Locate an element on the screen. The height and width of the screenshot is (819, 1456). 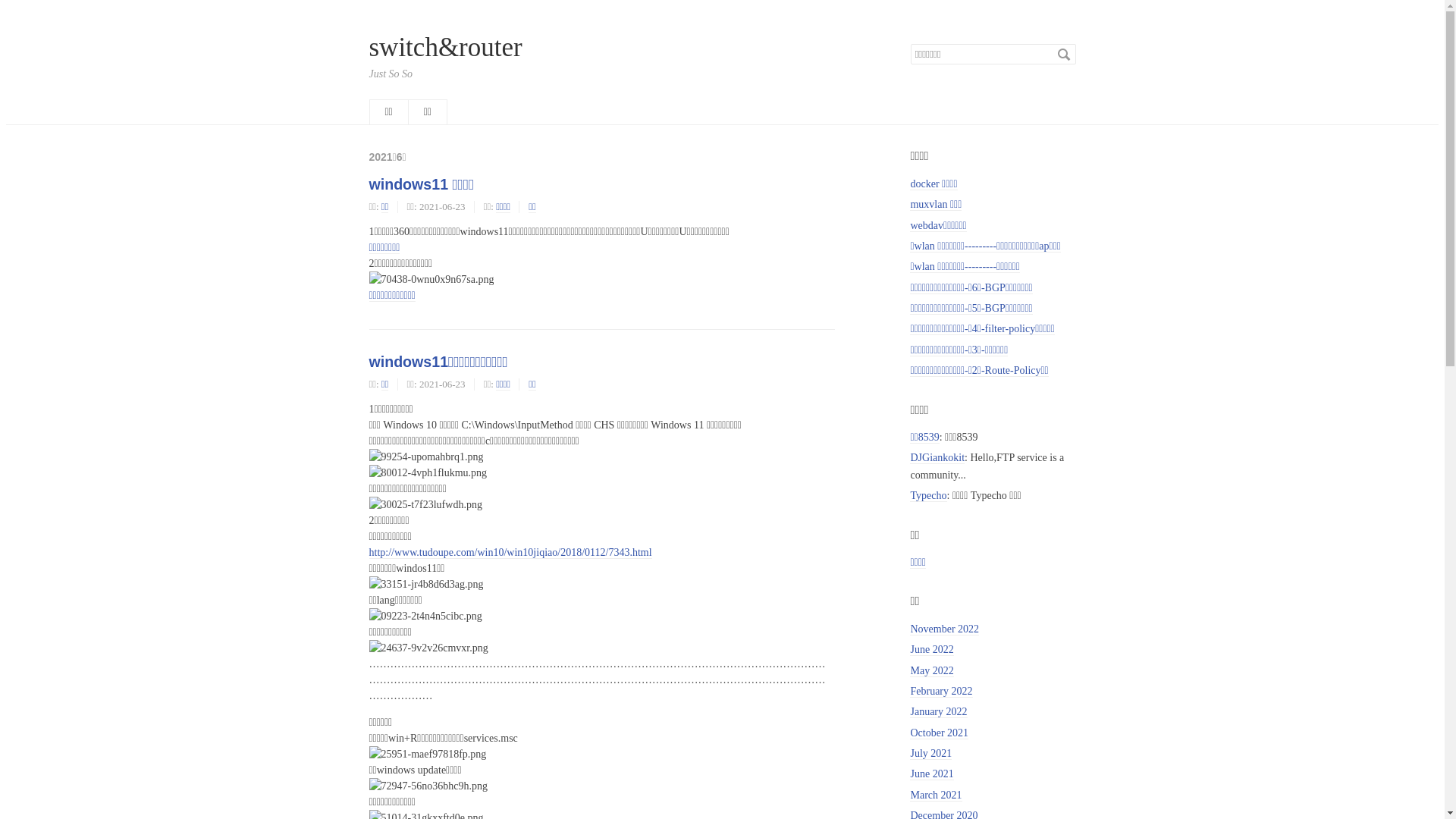
'May 2022' is located at coordinates (930, 670).